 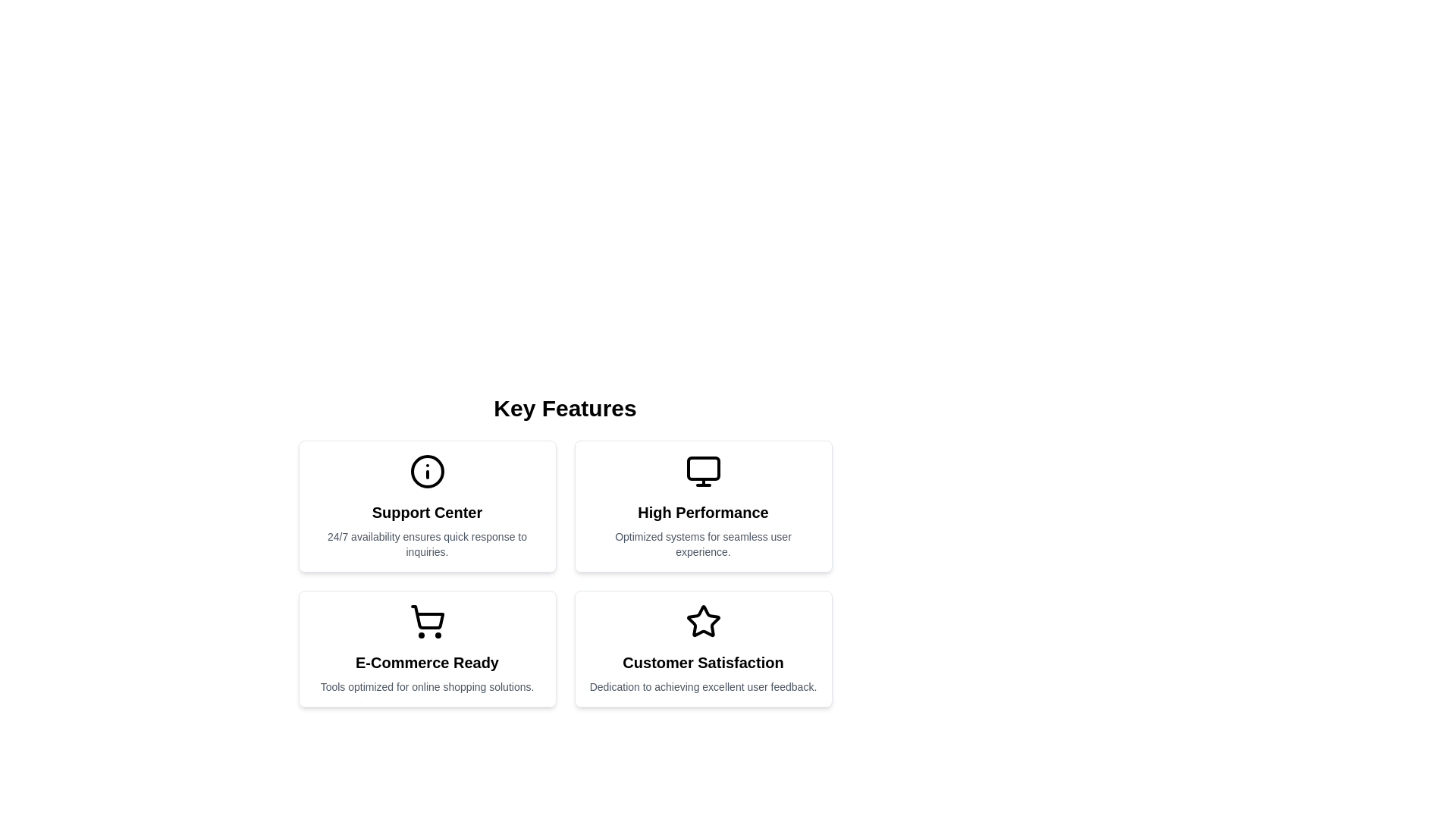 I want to click on the Text Label that serves as the title for the feature card conveying 'High Performance', located at the center of the second card in a 2x2 grid, so click(x=702, y=512).